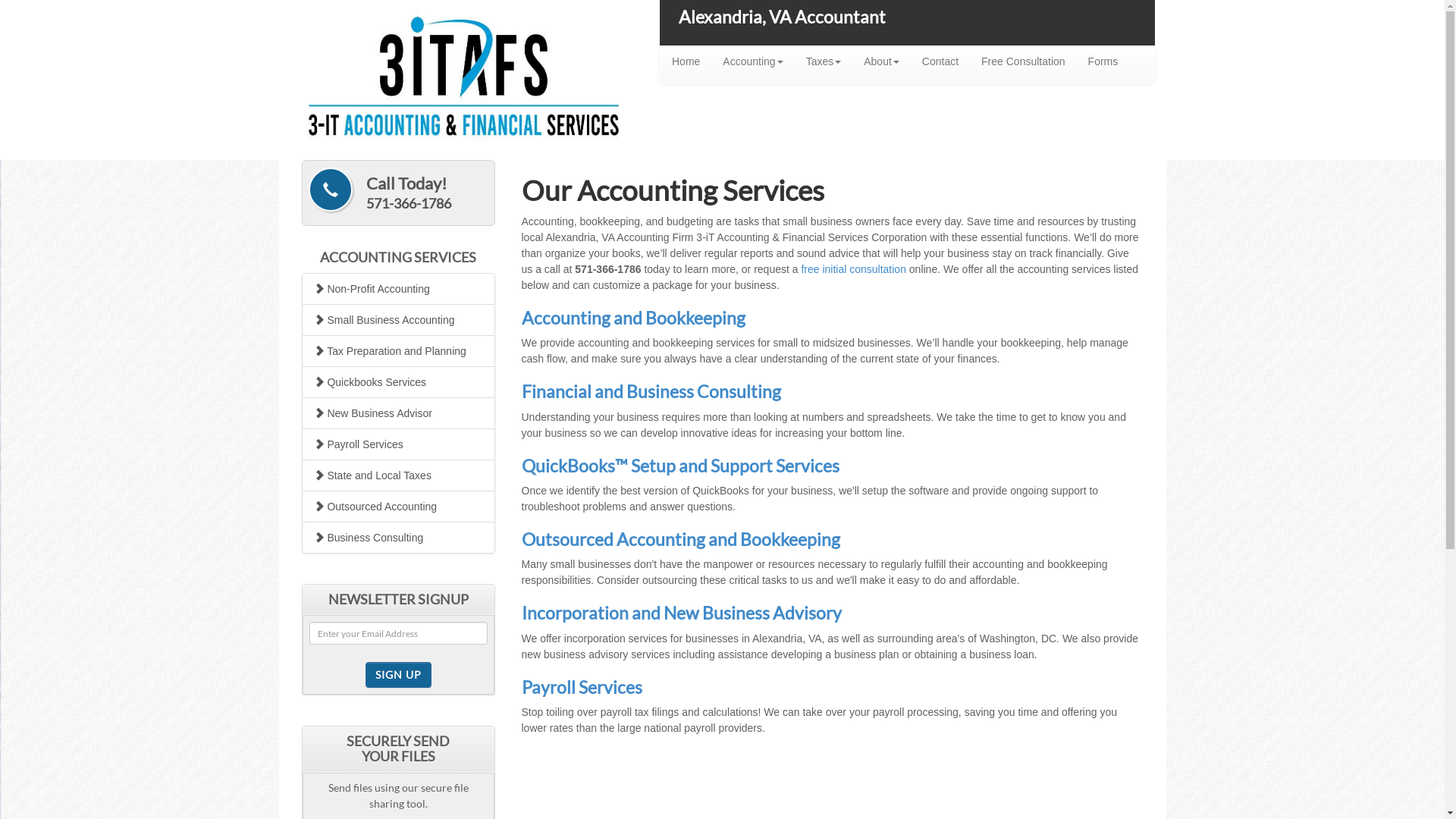 This screenshot has height=819, width=1456. Describe the element at coordinates (881, 61) in the screenshot. I see `'About'` at that location.